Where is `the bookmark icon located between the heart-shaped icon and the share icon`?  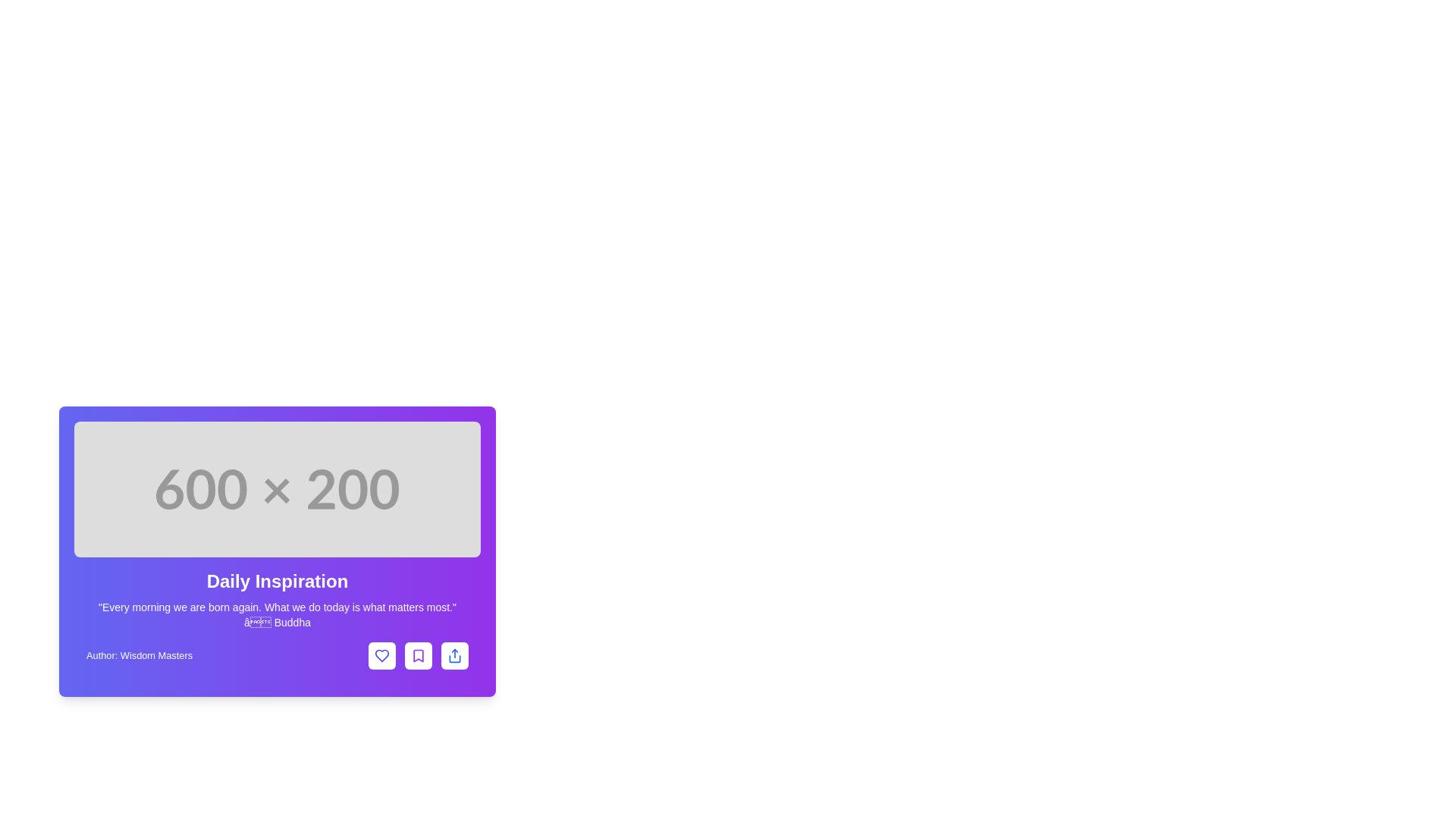
the bookmark icon located between the heart-shaped icon and the share icon is located at coordinates (419, 654).